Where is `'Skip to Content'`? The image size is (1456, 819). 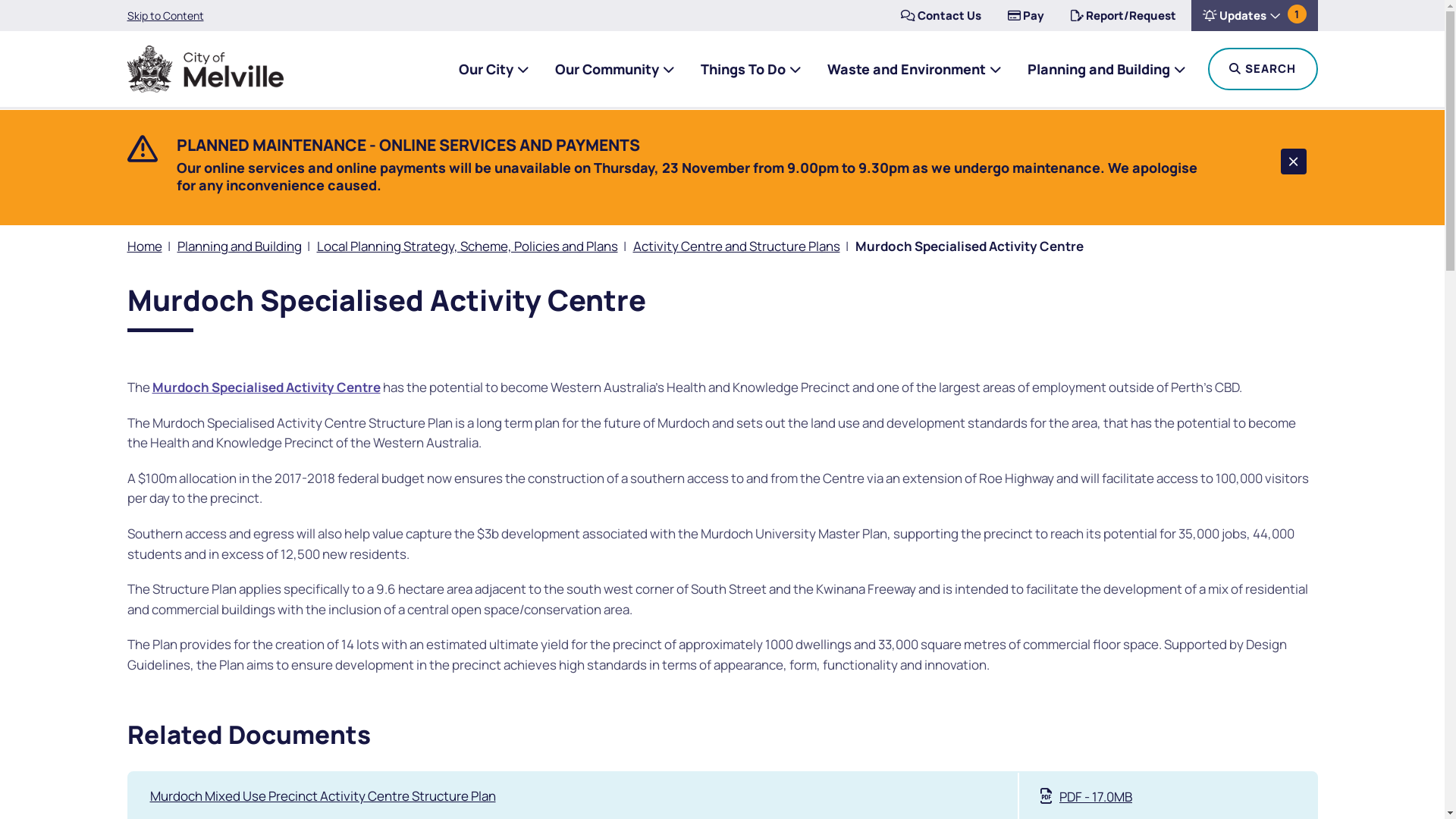
'Skip to Content' is located at coordinates (165, 15).